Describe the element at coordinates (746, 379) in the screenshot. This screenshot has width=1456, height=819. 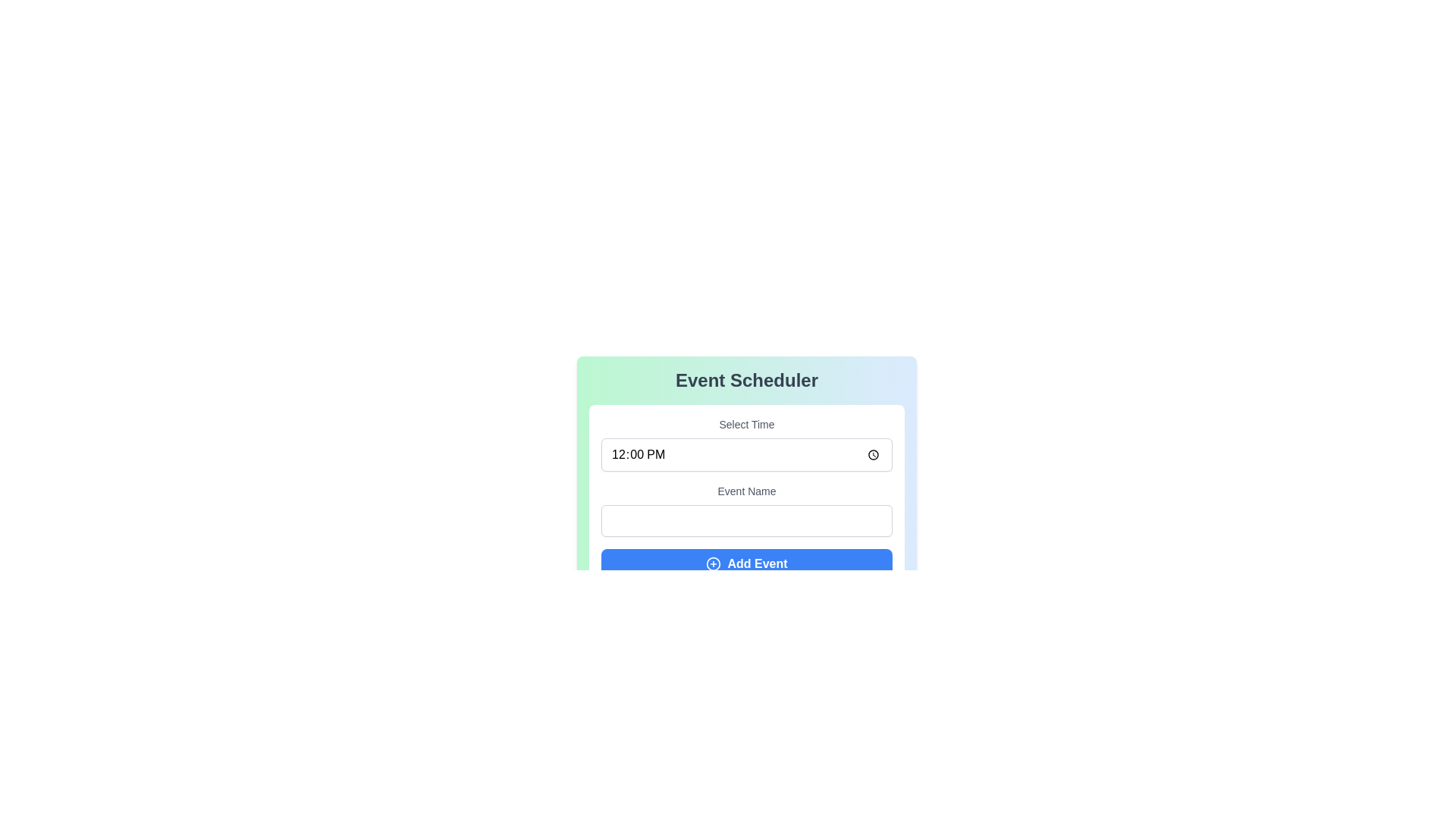
I see `the header text element displaying 'Event Scheduler', which is a large bold gray font centered above the main content area` at that location.